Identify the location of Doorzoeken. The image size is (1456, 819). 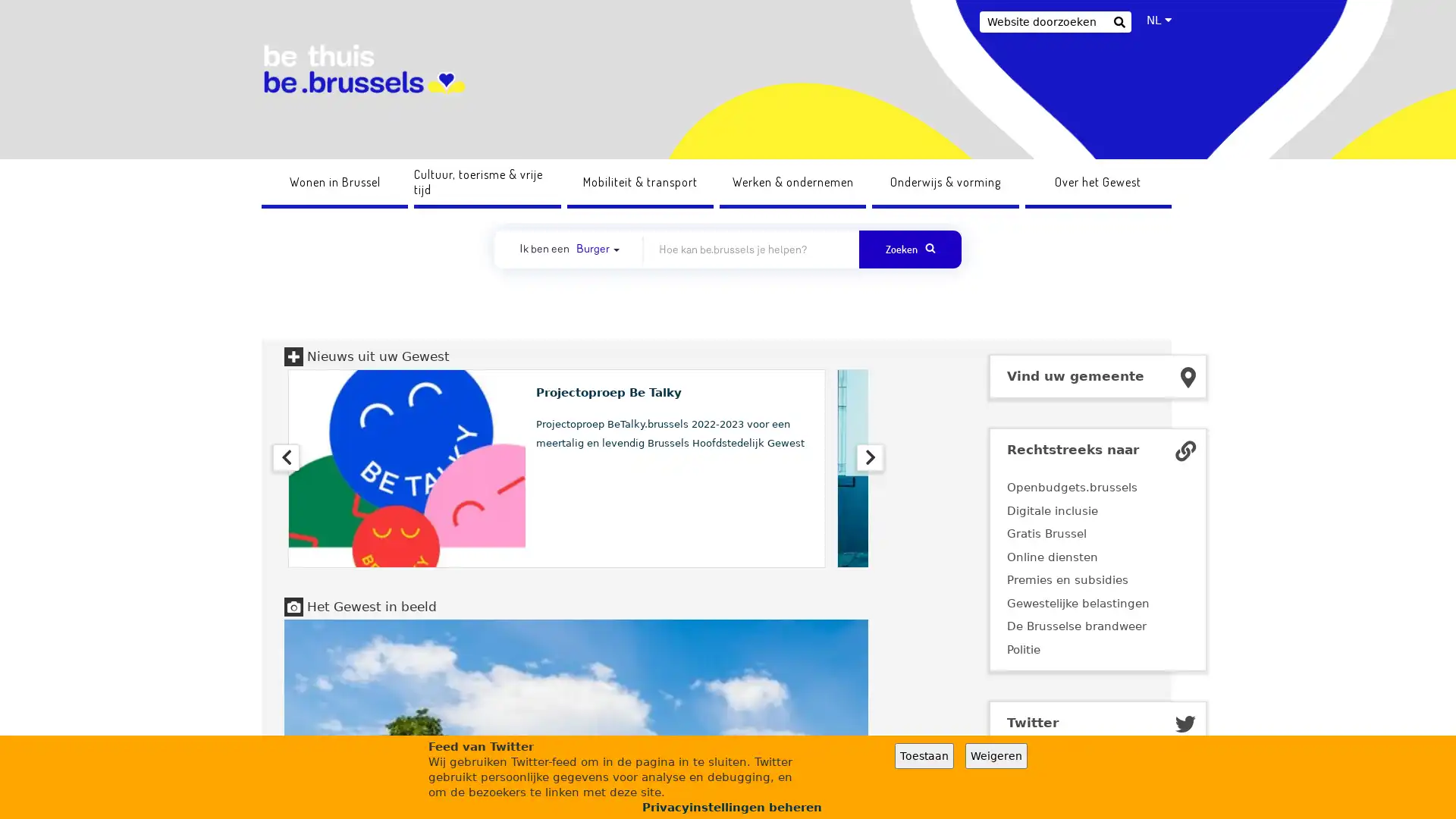
(1119, 24).